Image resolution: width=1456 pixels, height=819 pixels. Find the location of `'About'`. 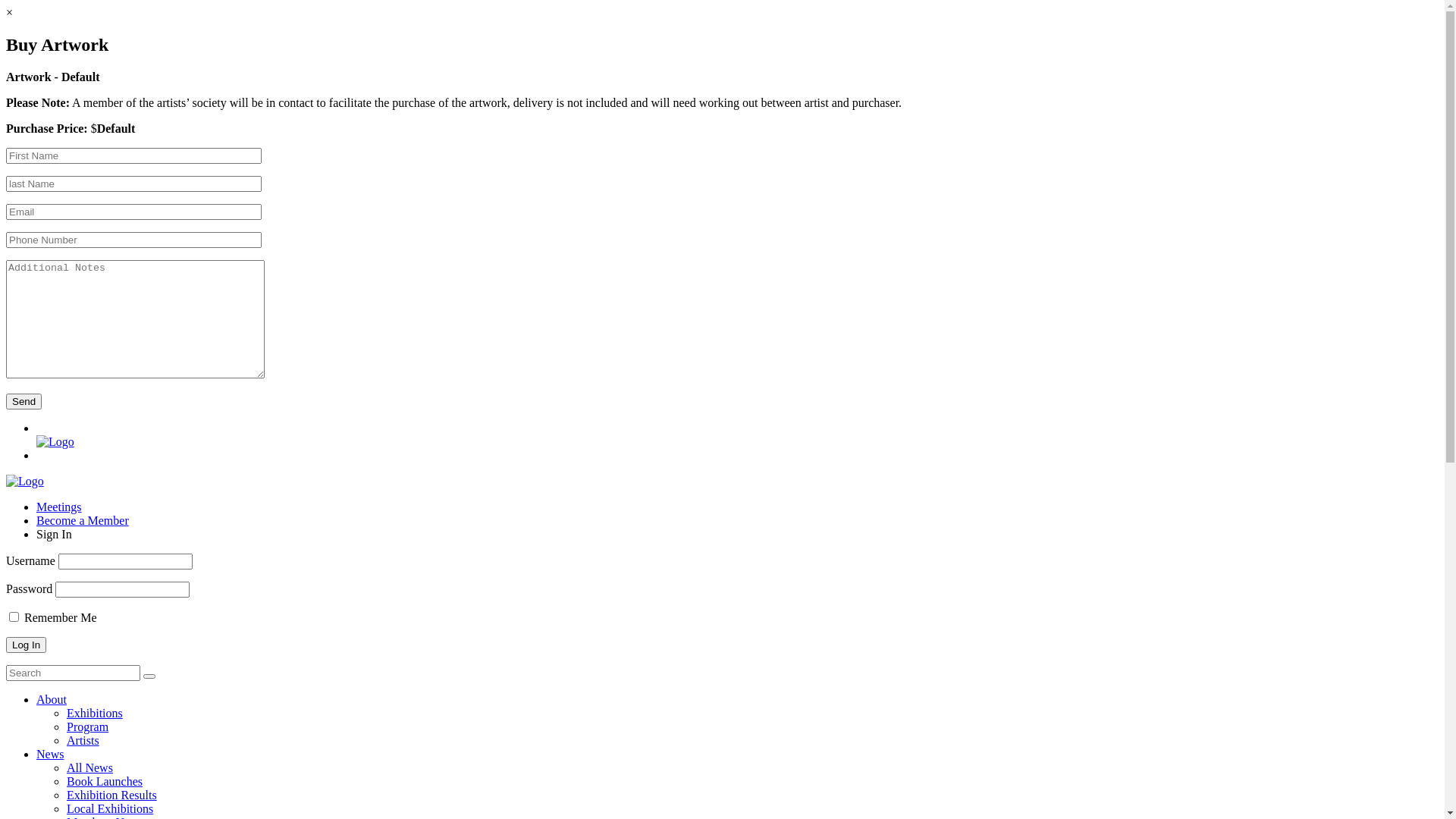

'About' is located at coordinates (51, 699).